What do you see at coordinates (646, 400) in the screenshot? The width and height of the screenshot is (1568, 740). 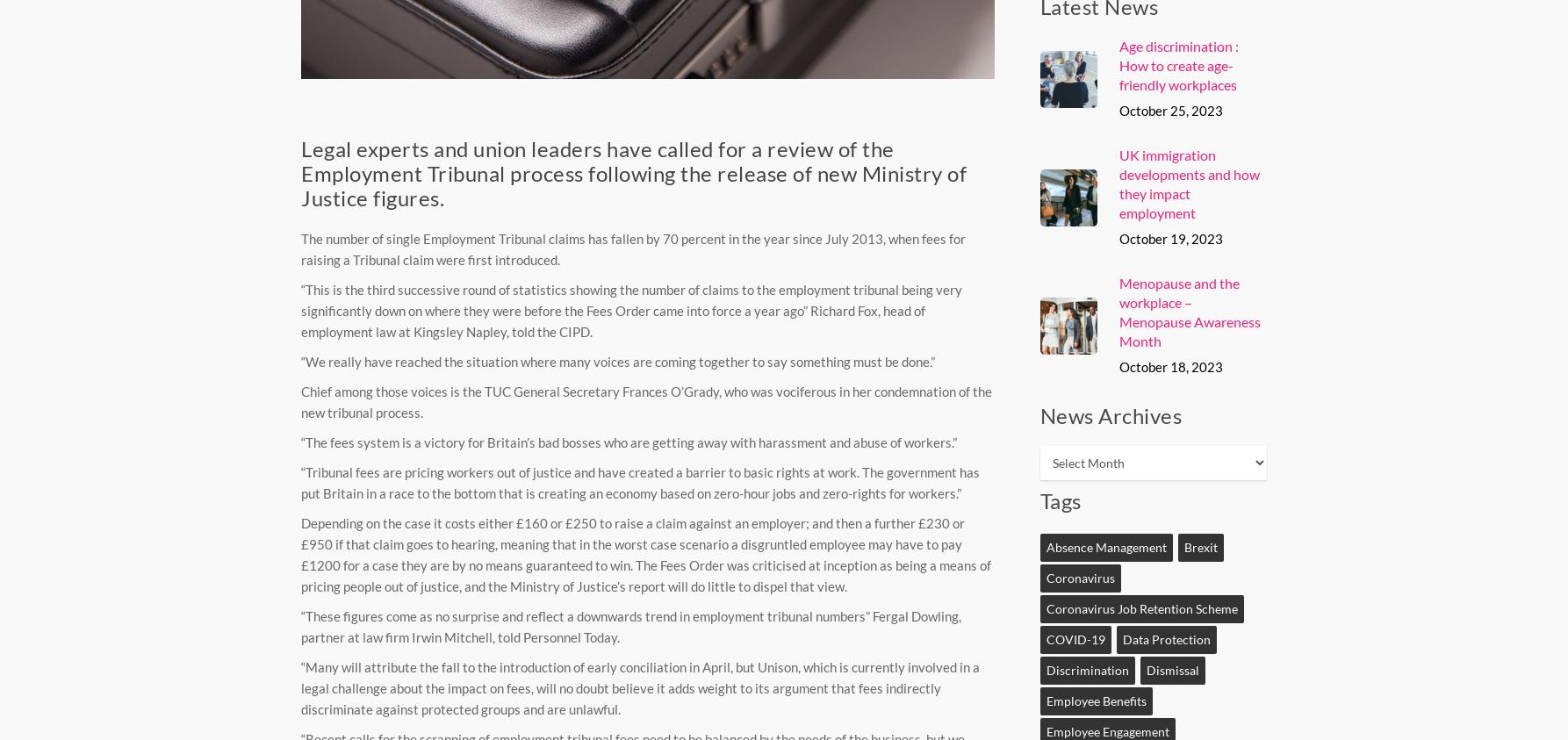 I see `'Chief among those voices is the TUC General Secretary Frances O’Grady, who was vociferous in her condemnation of the new tribunal process.'` at bounding box center [646, 400].